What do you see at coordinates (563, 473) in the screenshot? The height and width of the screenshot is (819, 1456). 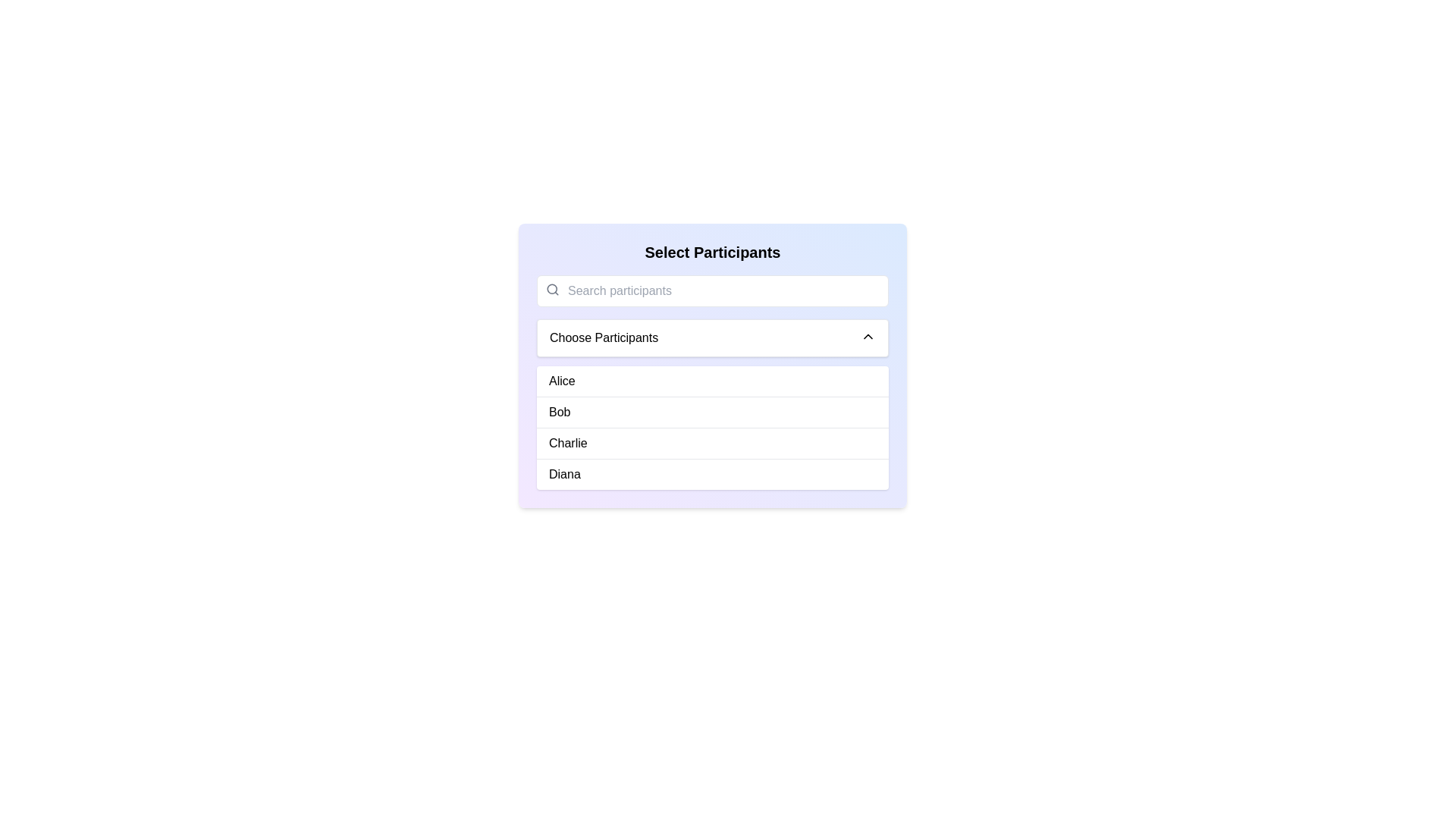 I see `the text label 'Diana' which is the fourth entry under 'Choose Participants'` at bounding box center [563, 473].